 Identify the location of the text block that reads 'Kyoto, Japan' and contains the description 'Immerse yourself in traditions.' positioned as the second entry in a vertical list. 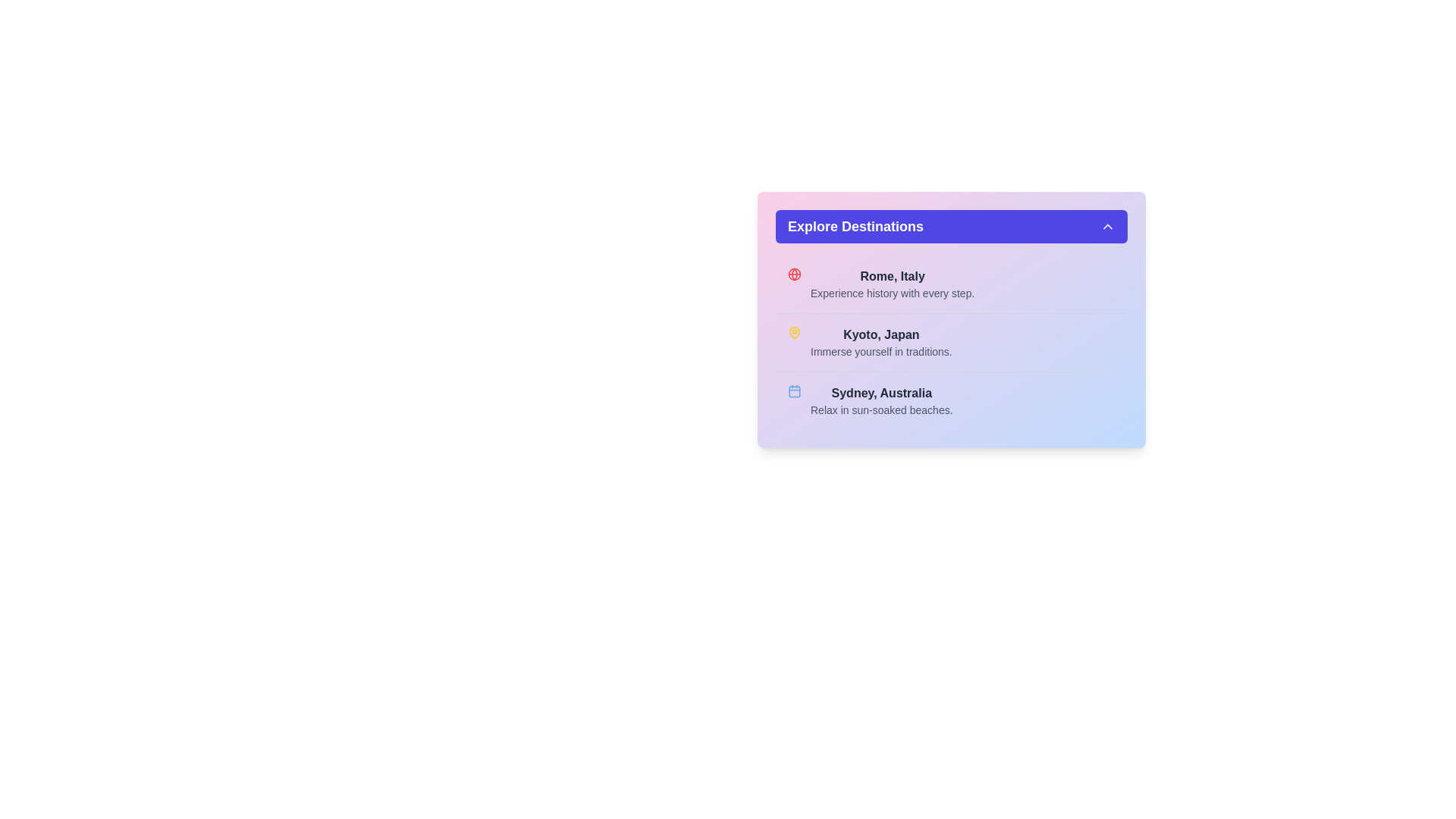
(881, 342).